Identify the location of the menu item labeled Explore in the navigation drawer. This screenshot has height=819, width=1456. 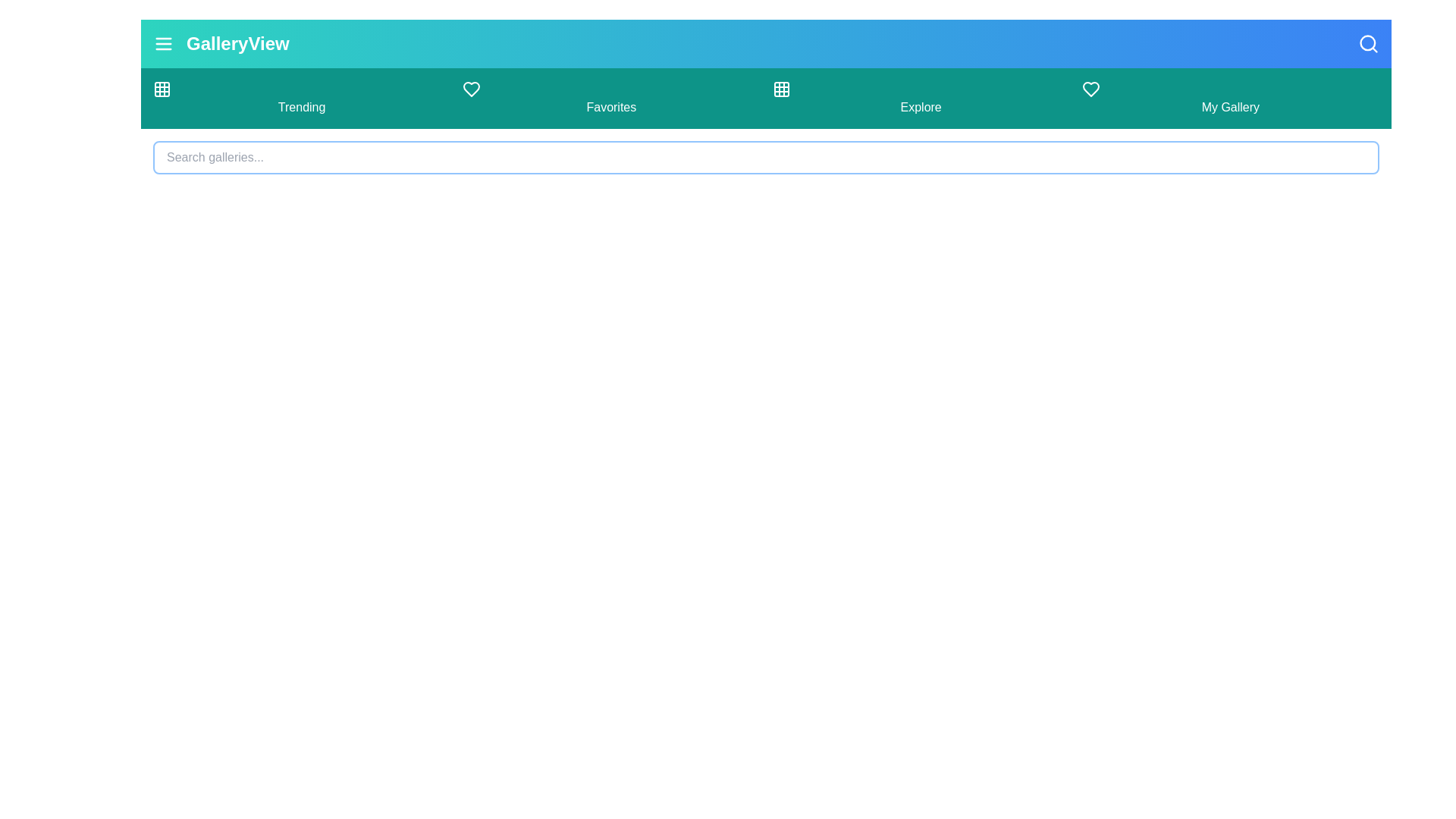
(920, 99).